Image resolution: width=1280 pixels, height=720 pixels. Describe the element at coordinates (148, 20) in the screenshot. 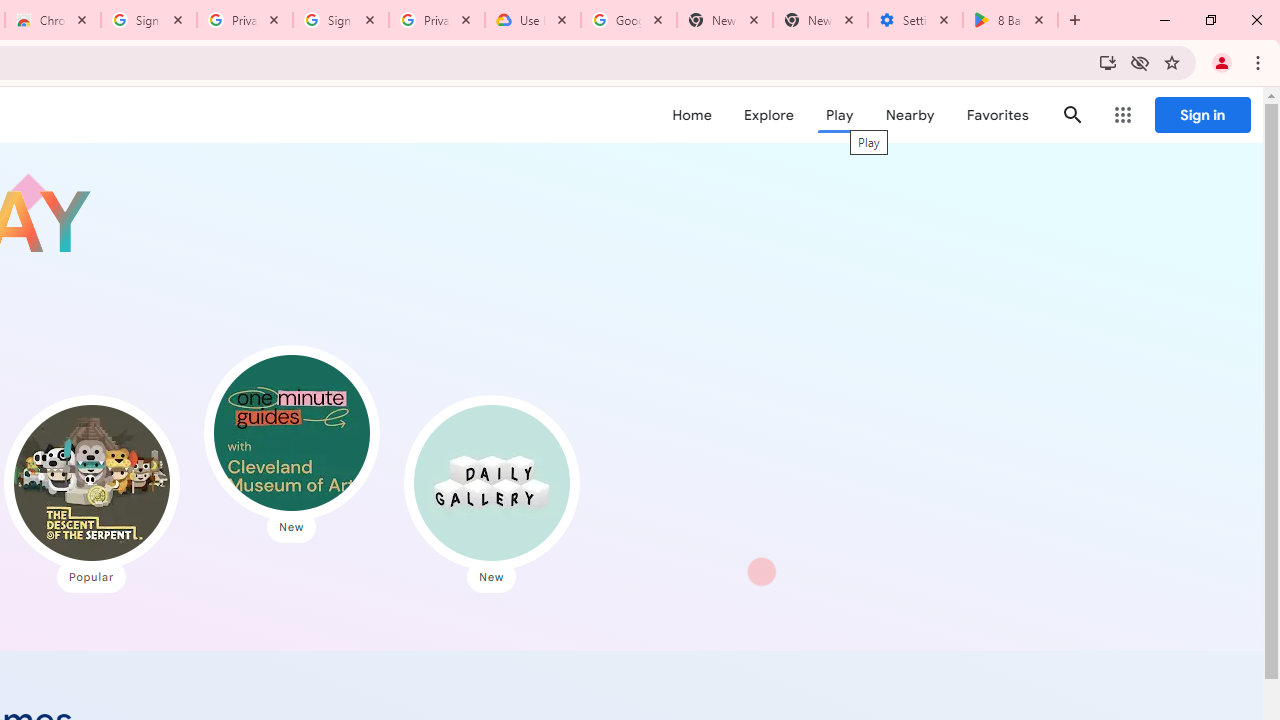

I see `'Sign in - Google Accounts'` at that location.